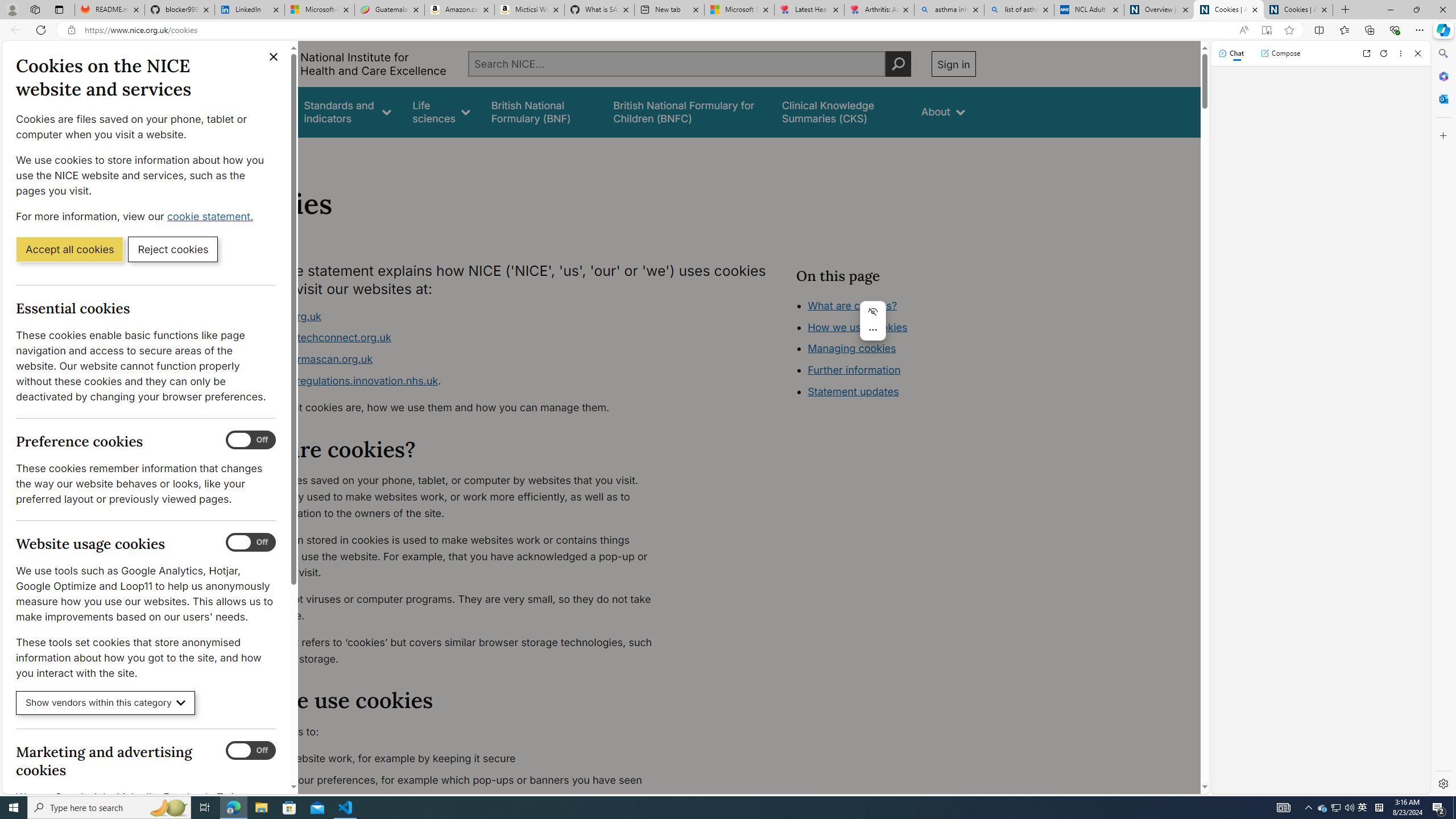  I want to click on 'LinkedIn', so click(250, 9).